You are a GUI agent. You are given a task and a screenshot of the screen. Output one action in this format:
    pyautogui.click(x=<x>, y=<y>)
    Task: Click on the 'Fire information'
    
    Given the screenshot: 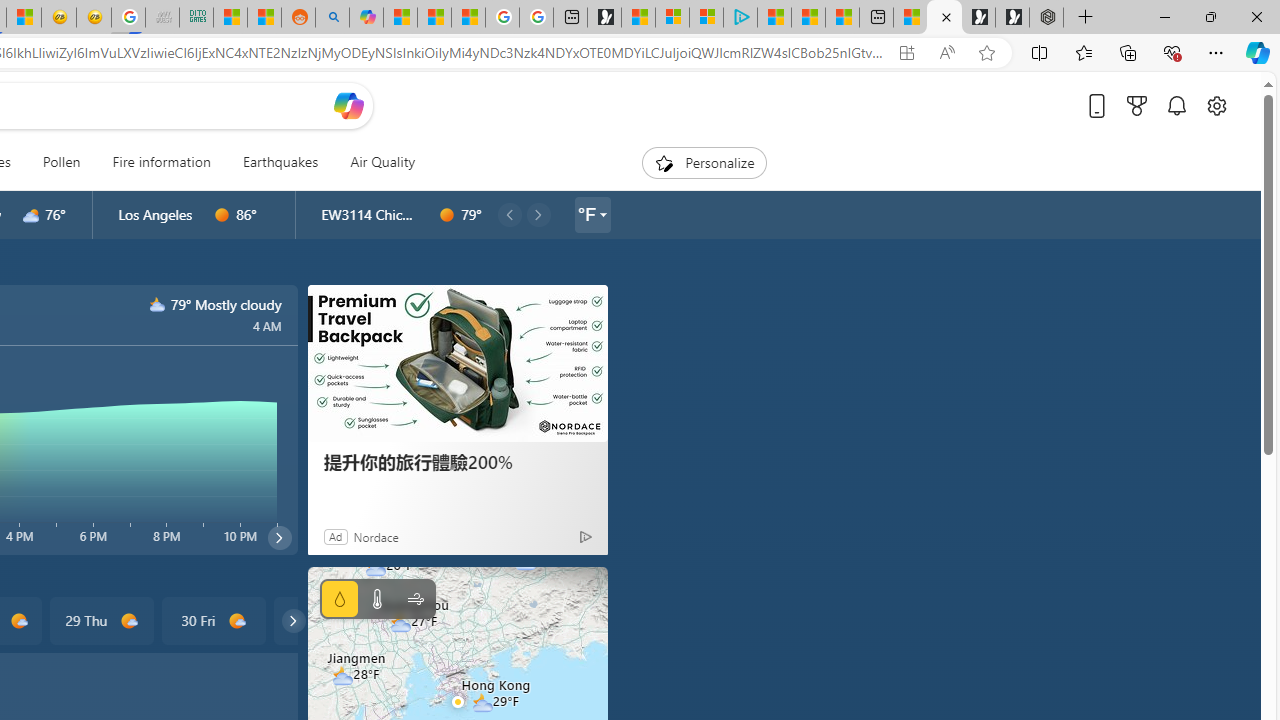 What is the action you would take?
    pyautogui.click(x=161, y=162)
    